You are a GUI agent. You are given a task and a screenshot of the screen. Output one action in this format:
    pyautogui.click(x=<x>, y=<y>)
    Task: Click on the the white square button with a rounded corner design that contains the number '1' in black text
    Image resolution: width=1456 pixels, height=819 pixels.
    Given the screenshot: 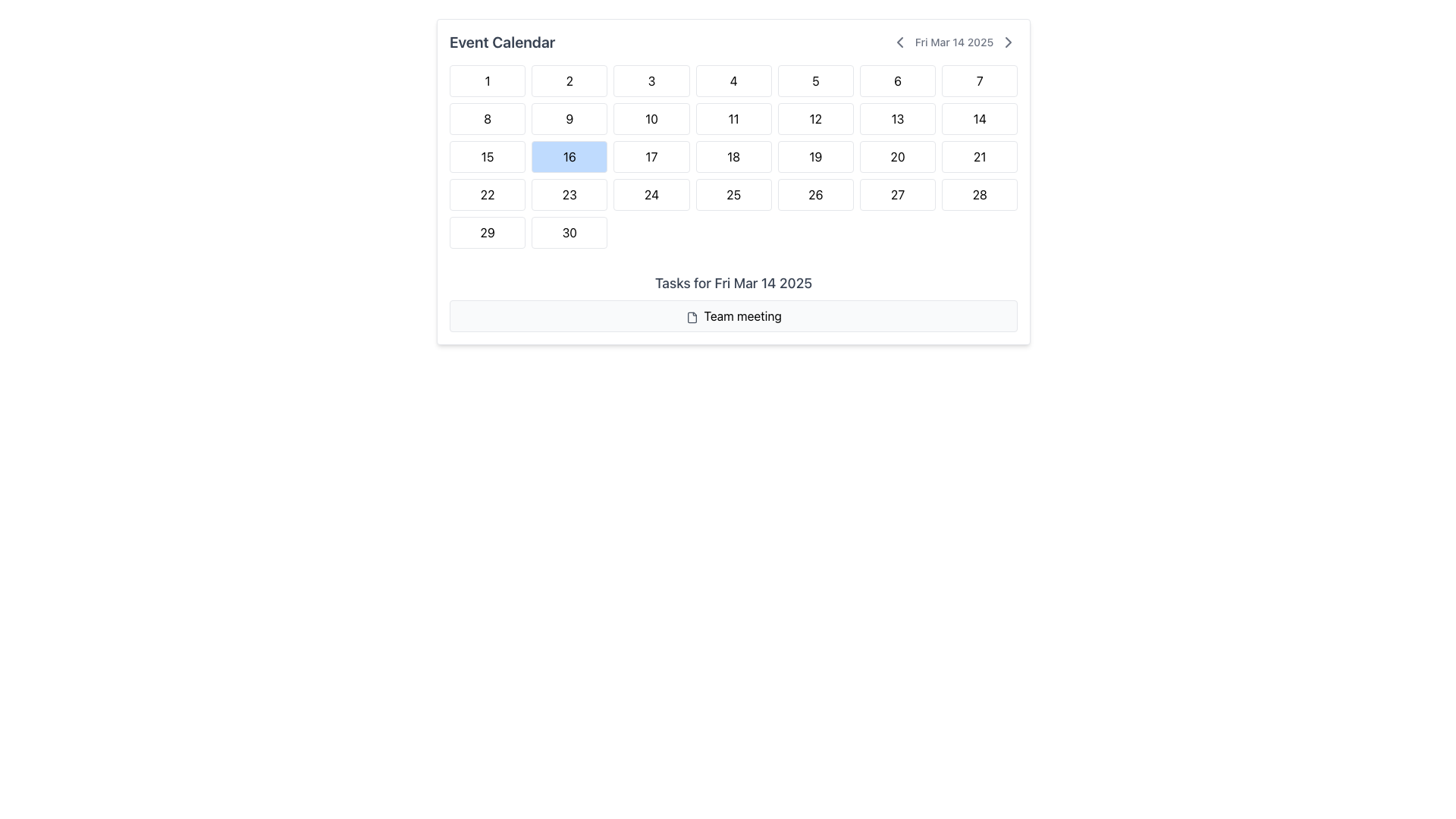 What is the action you would take?
    pyautogui.click(x=488, y=81)
    